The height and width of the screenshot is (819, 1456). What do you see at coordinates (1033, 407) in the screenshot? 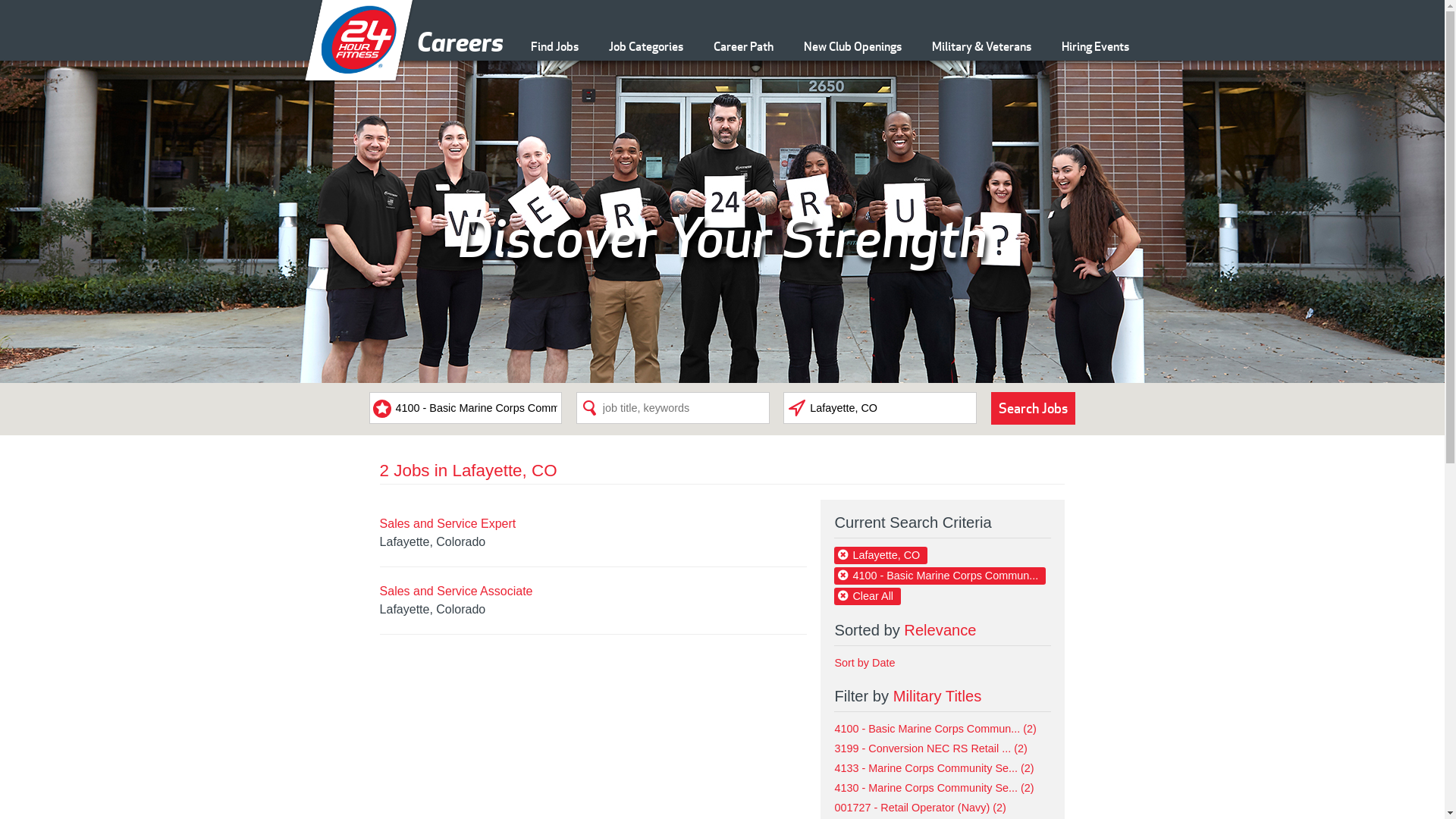
I see `'Submit Search'` at bounding box center [1033, 407].